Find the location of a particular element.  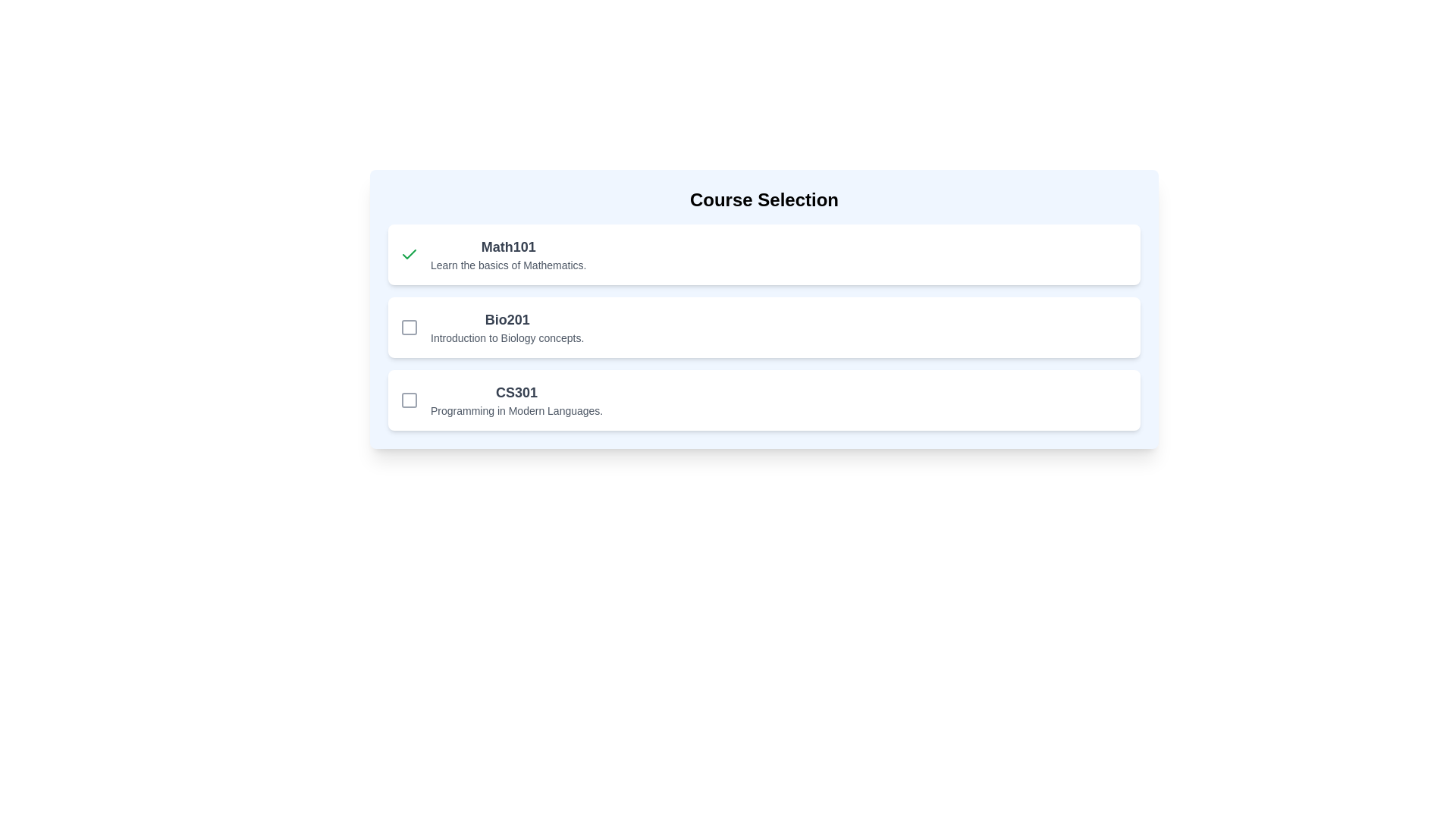

the checkbox icon to the left of the 'Bio201' item is located at coordinates (409, 327).